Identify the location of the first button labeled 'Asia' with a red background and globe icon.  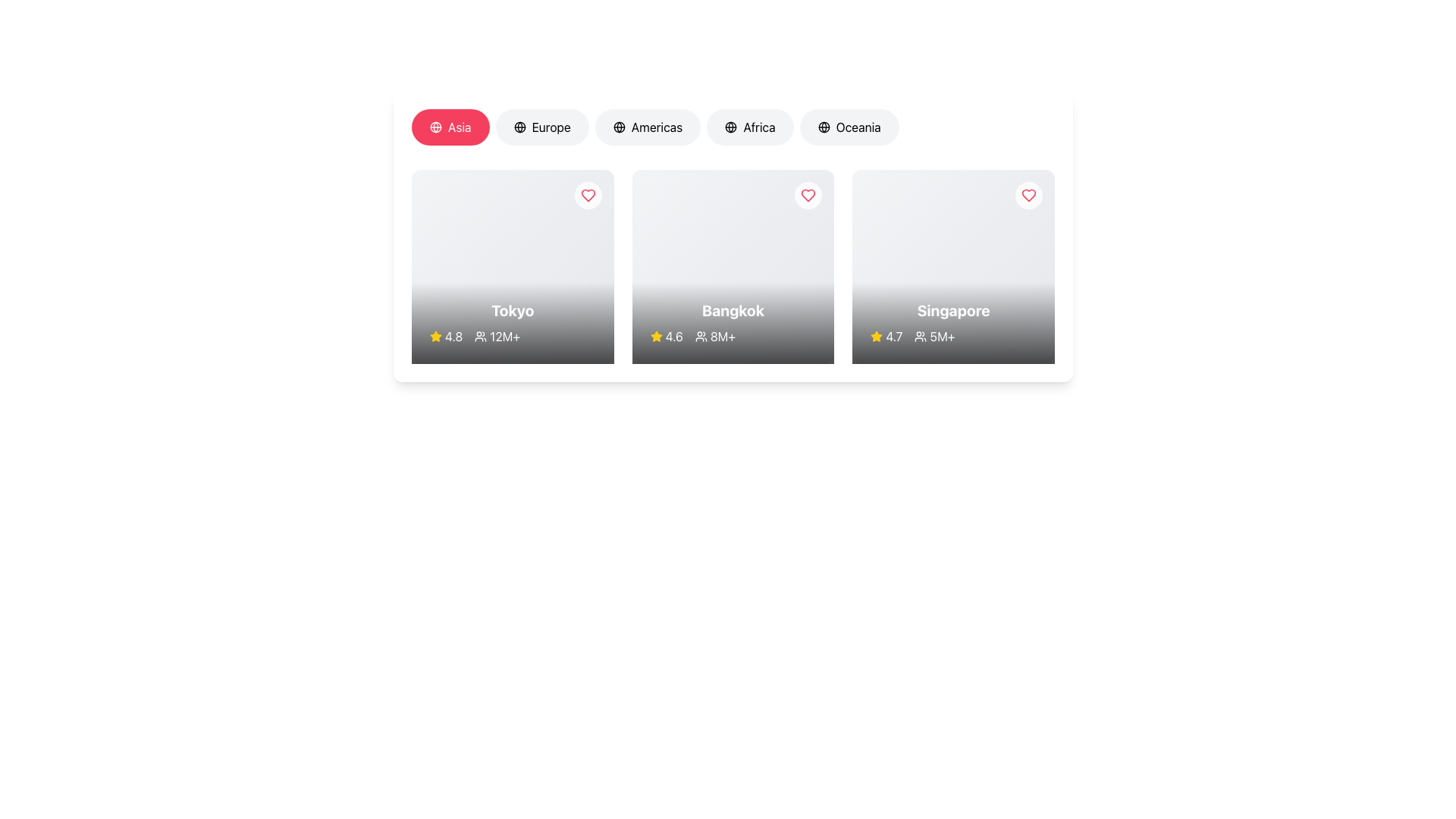
(450, 127).